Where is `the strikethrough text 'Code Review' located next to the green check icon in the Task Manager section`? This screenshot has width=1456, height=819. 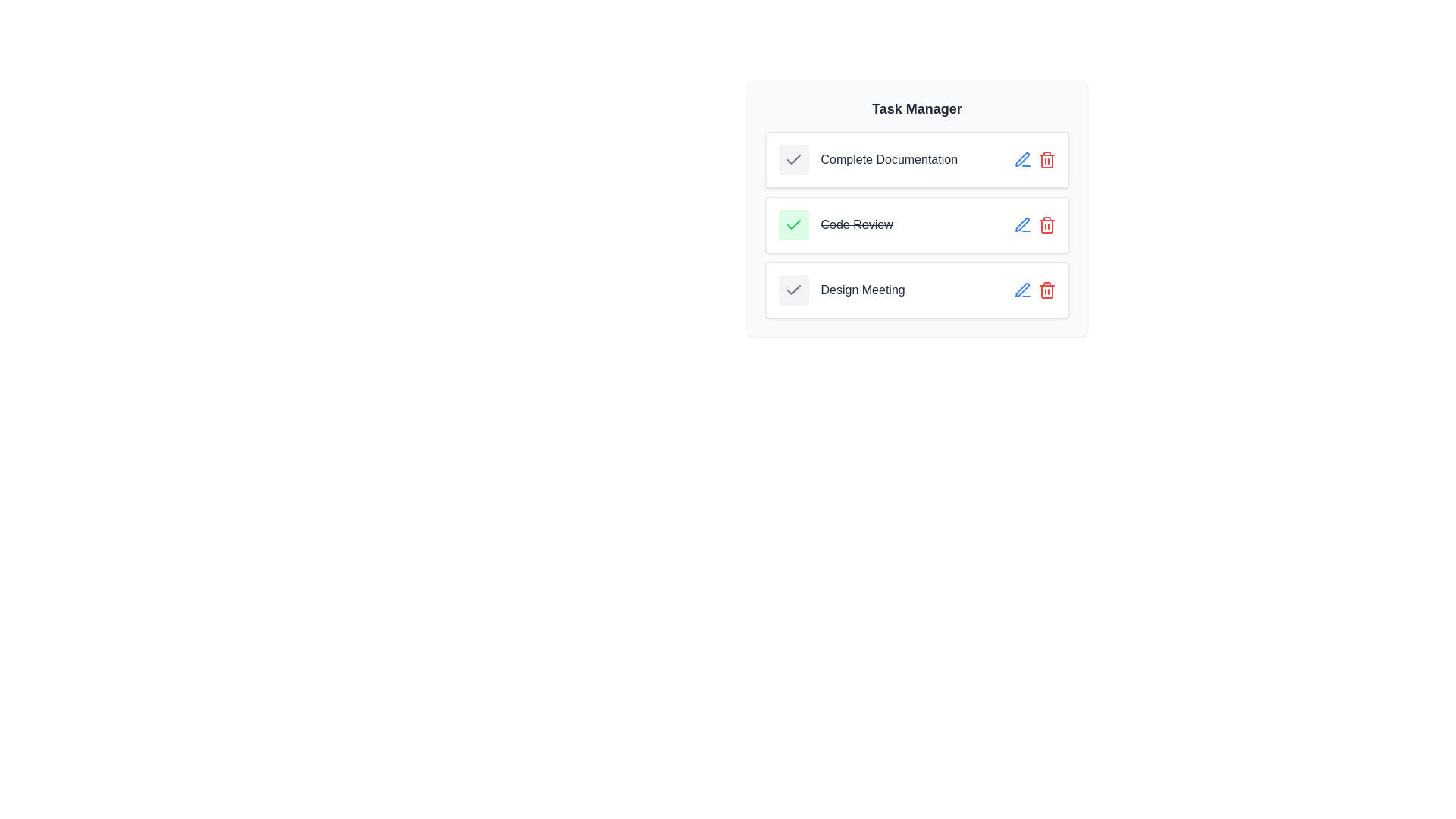 the strikethrough text 'Code Review' located next to the green check icon in the Task Manager section is located at coordinates (835, 225).